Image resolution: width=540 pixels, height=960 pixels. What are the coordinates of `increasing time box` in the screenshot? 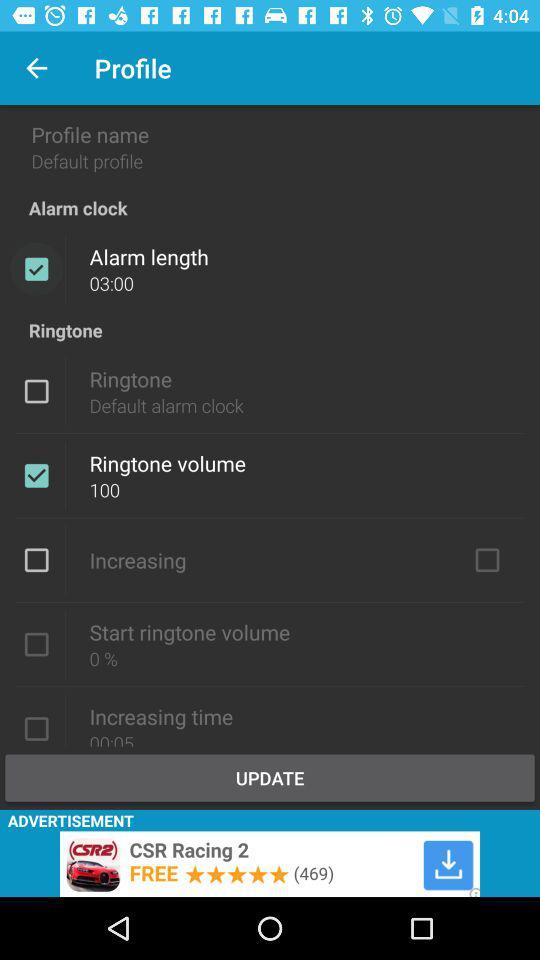 It's located at (36, 726).